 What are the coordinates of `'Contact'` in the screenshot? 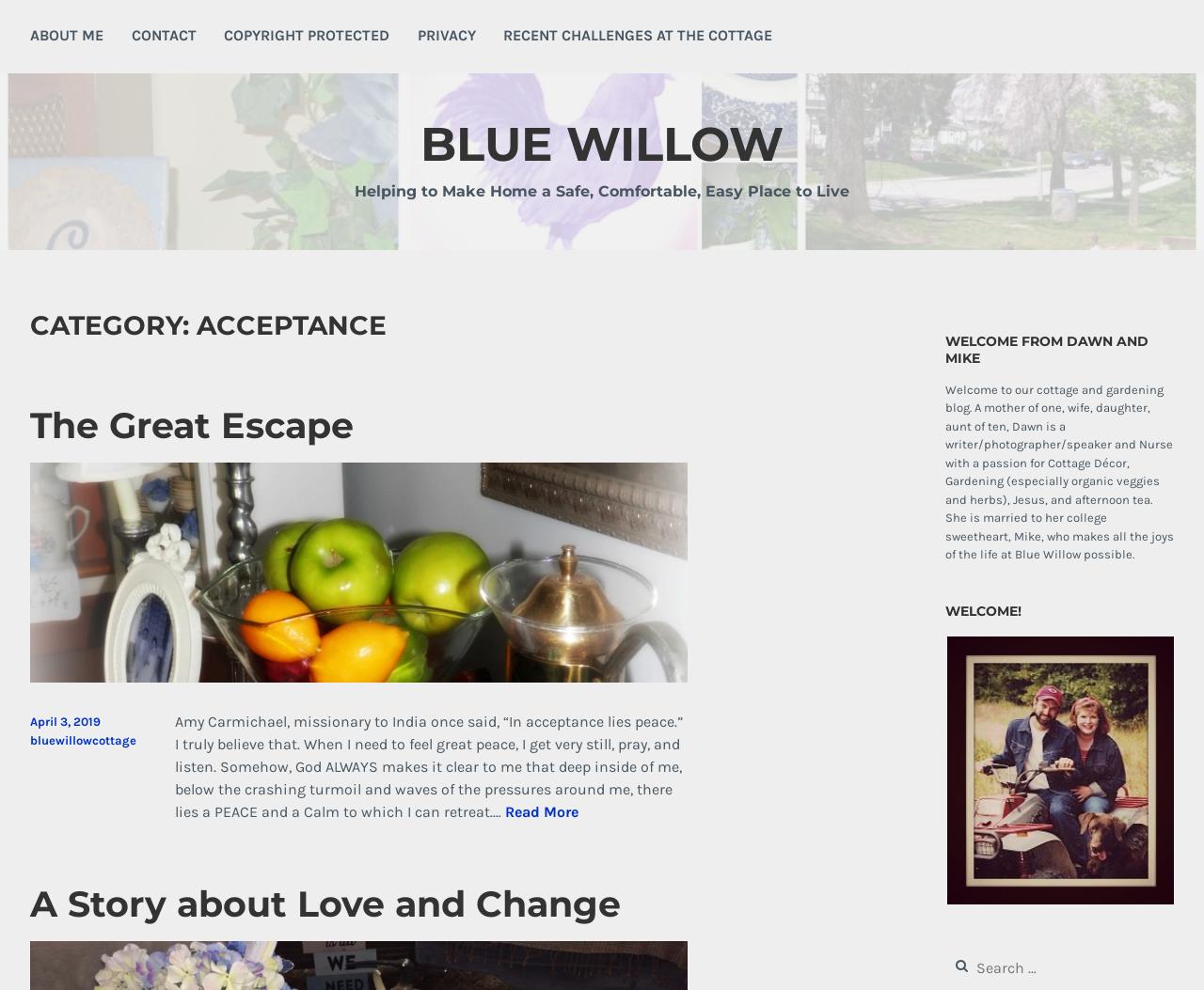 It's located at (163, 34).